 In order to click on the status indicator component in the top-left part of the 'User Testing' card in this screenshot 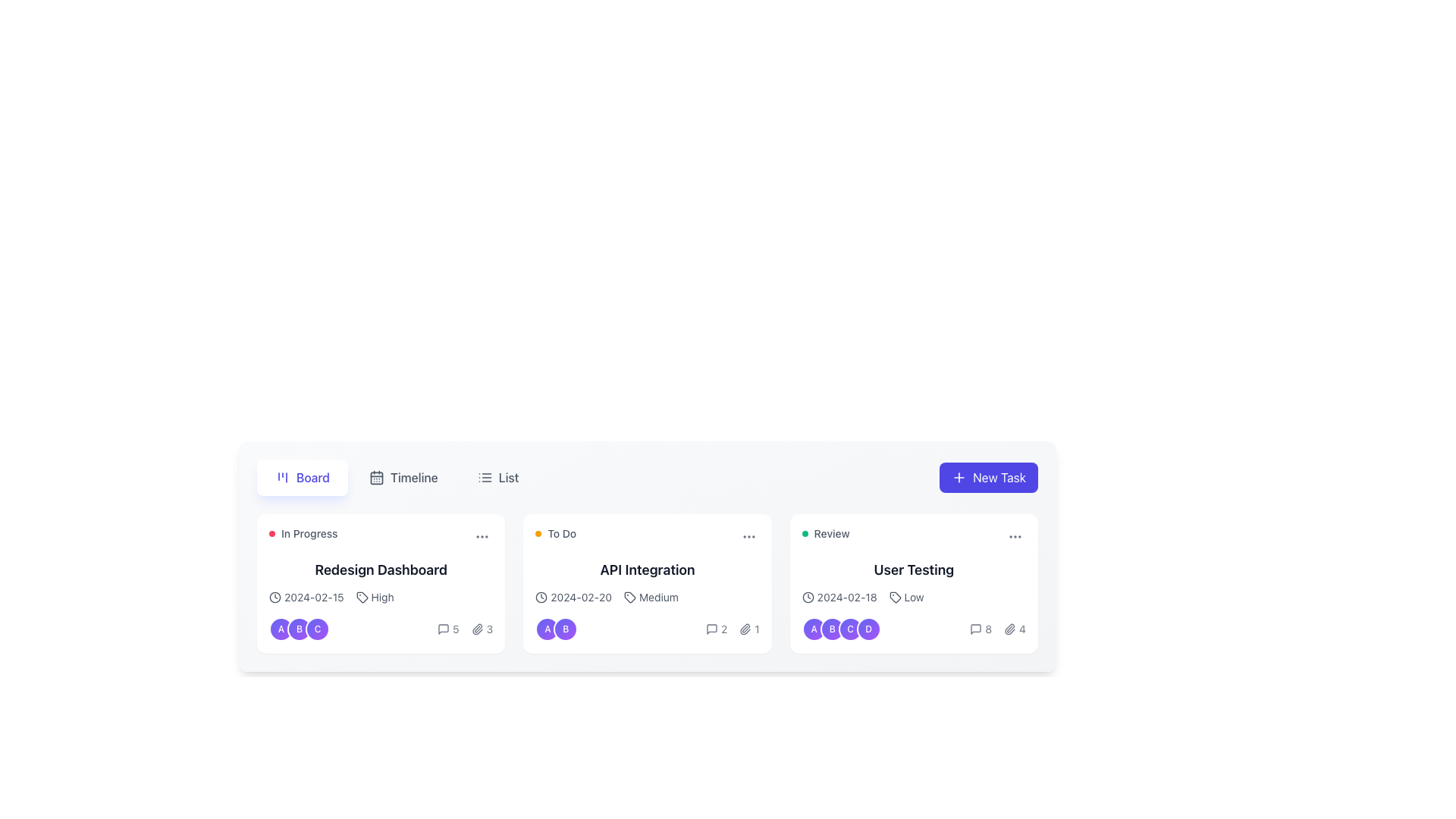, I will do `click(825, 533)`.